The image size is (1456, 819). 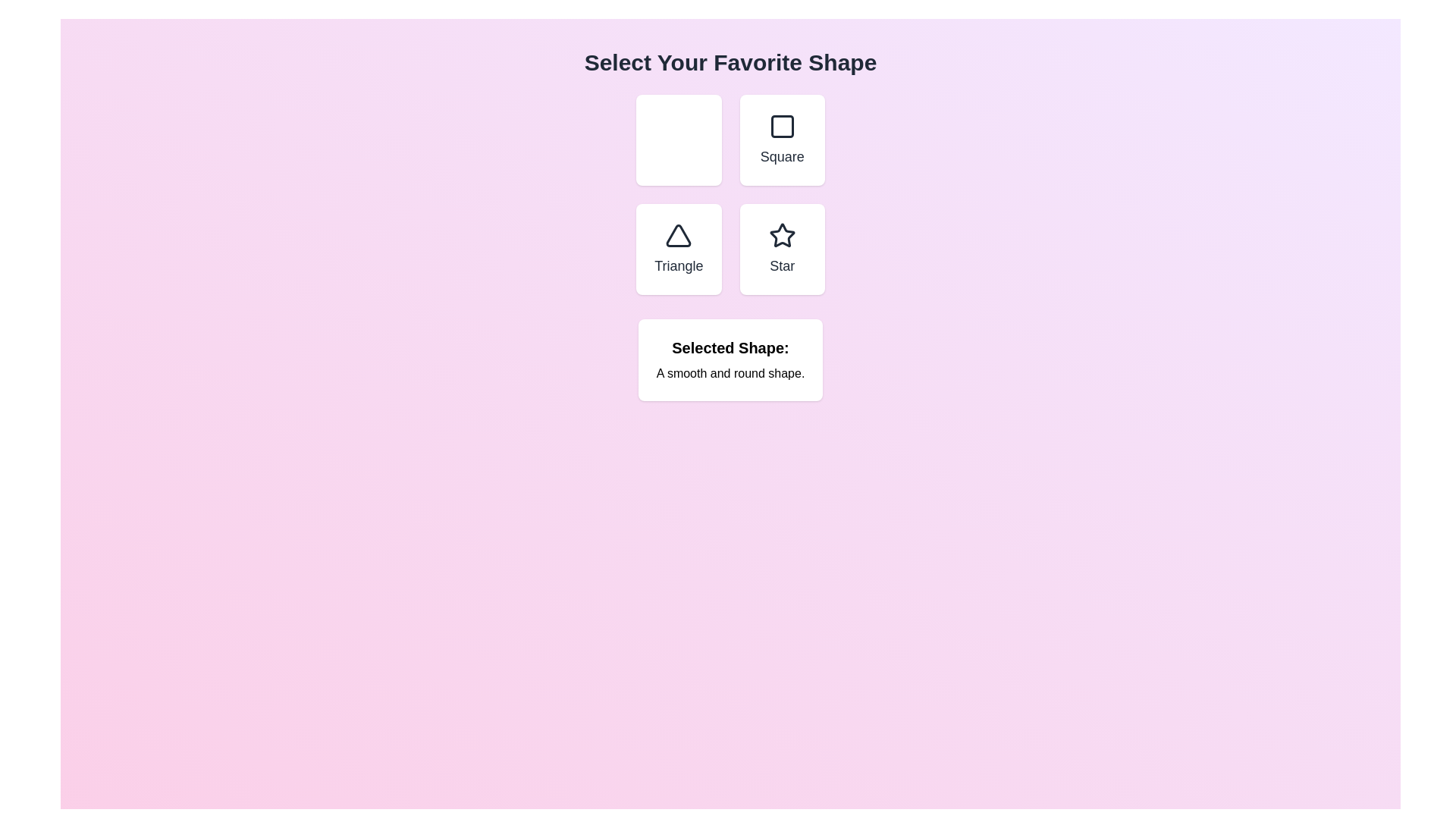 What do you see at coordinates (782, 248) in the screenshot?
I see `the button labeled Star to observe its hover effect` at bounding box center [782, 248].